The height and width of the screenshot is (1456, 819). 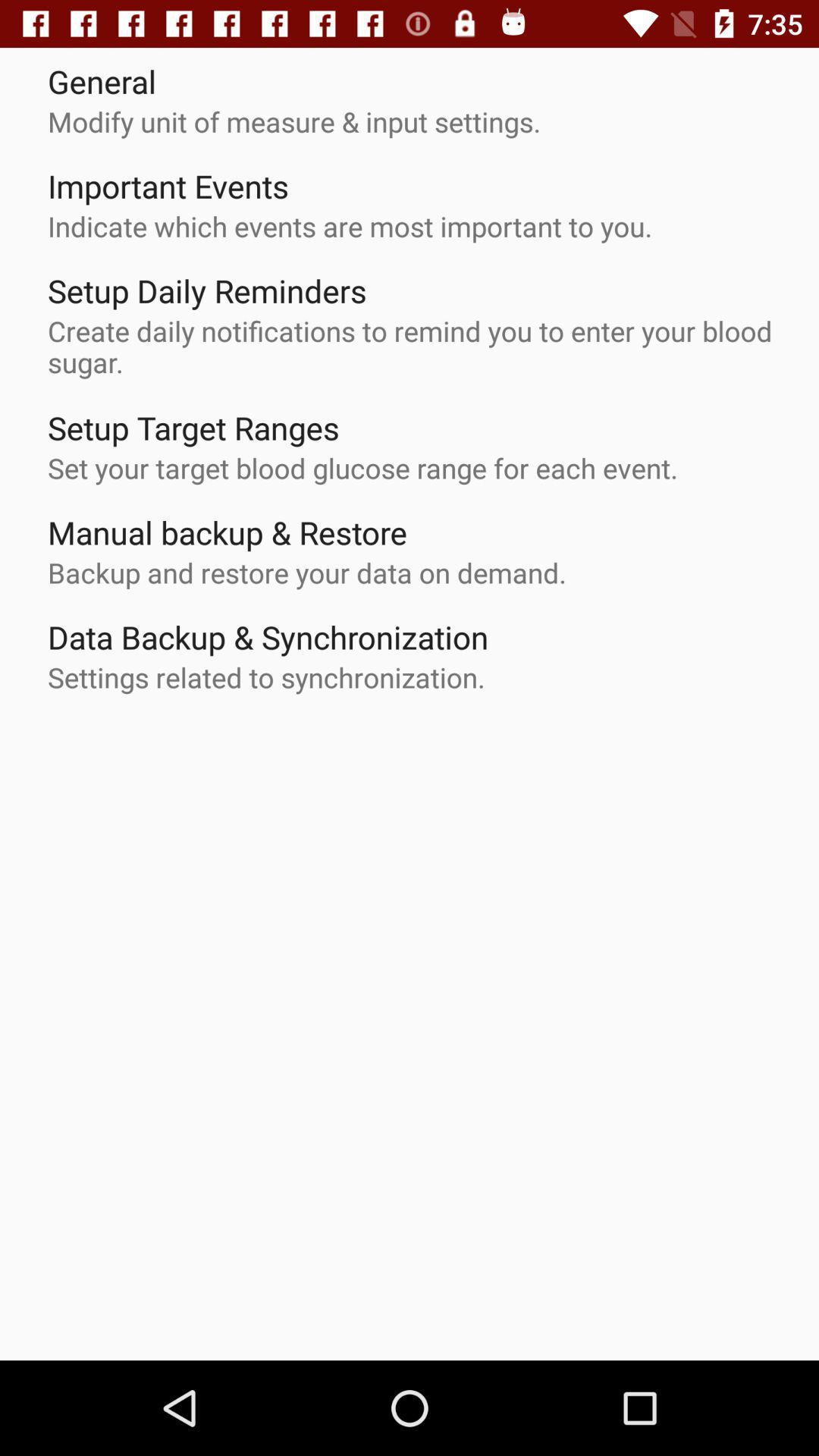 What do you see at coordinates (362, 467) in the screenshot?
I see `set your target` at bounding box center [362, 467].